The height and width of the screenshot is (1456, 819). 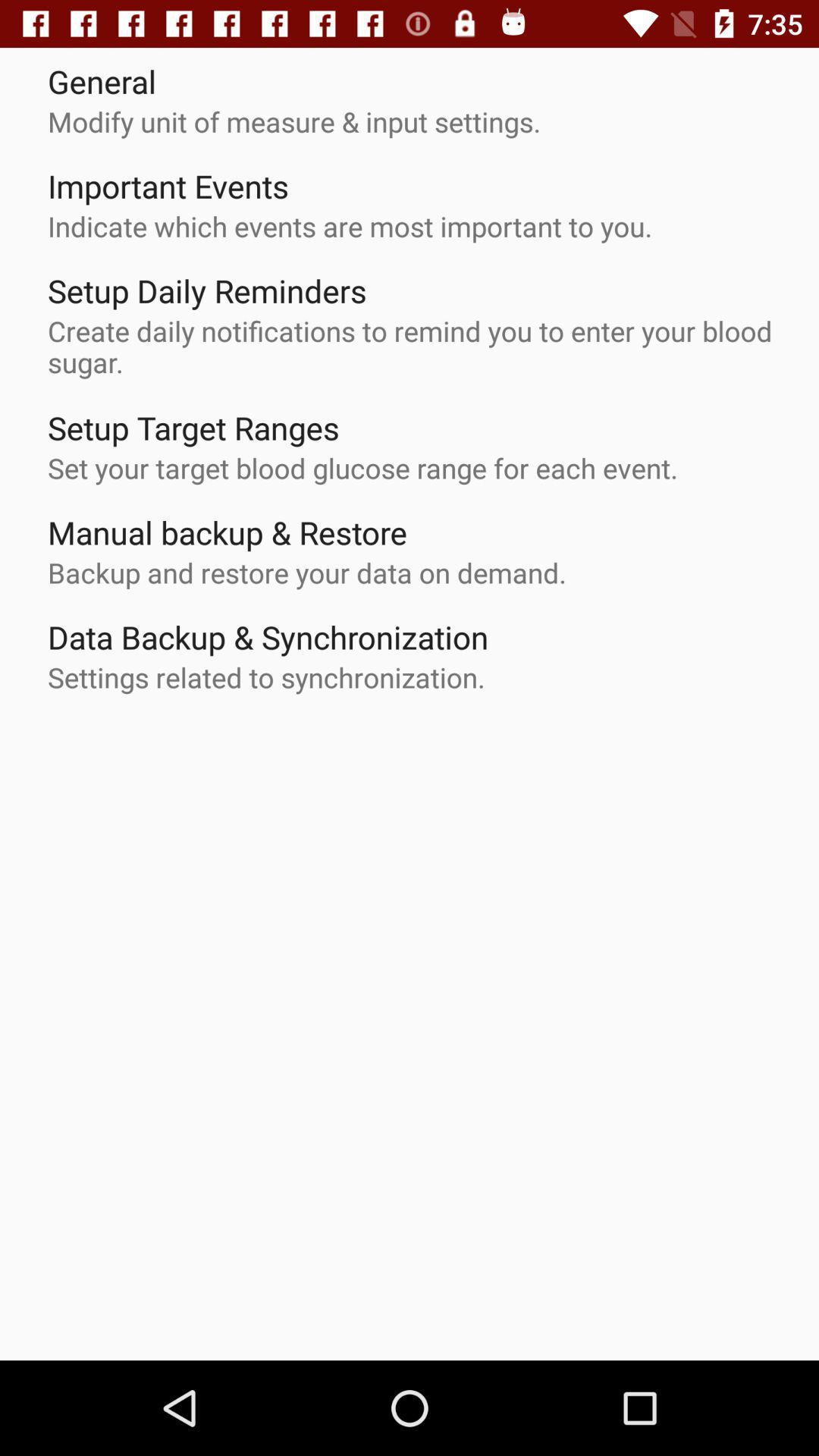 What do you see at coordinates (362, 467) in the screenshot?
I see `set your target` at bounding box center [362, 467].